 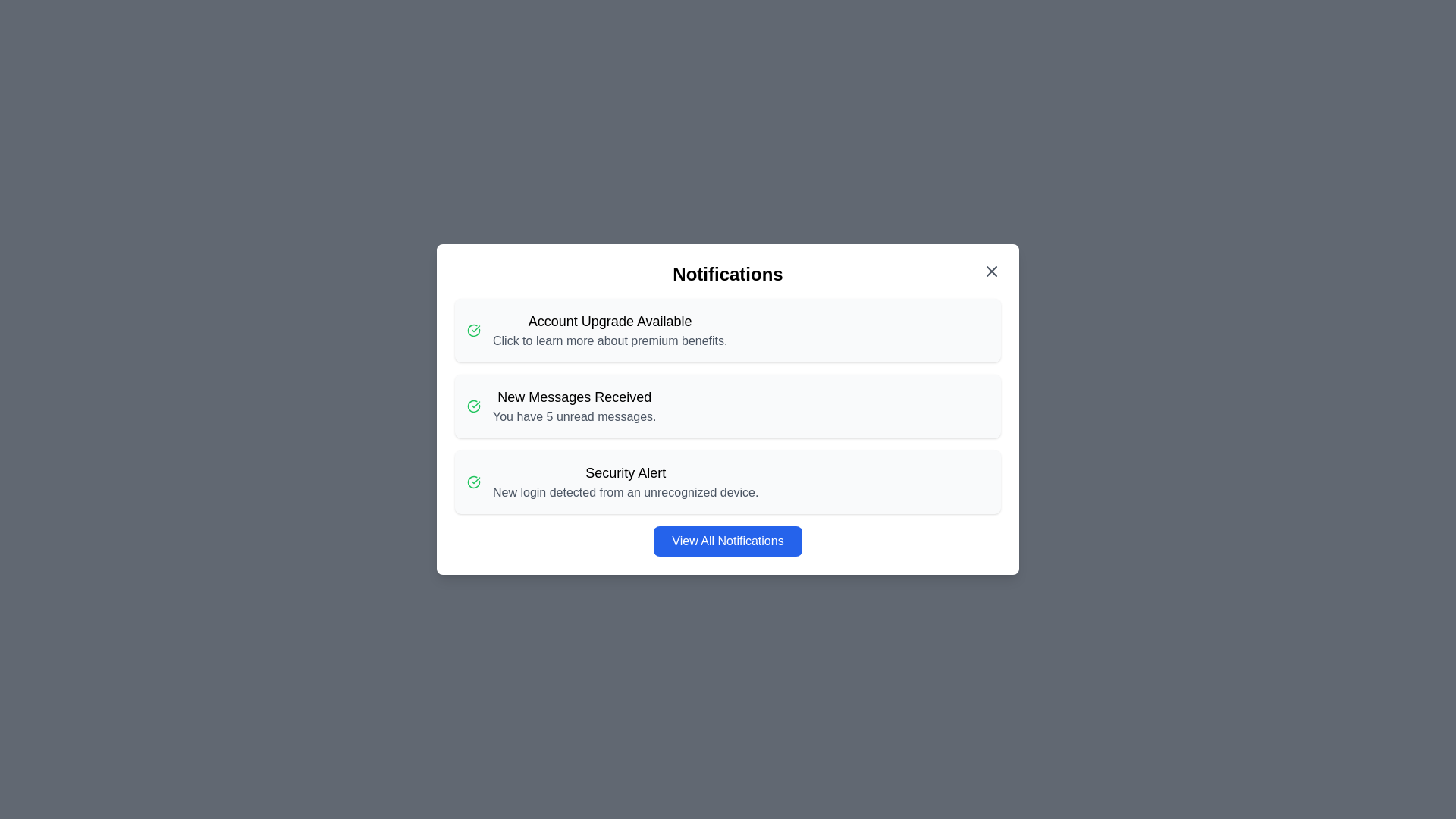 What do you see at coordinates (573, 406) in the screenshot?
I see `text from the notification message block displaying 'New Messages Received' and 'You have 5 unread messages.'` at bounding box center [573, 406].